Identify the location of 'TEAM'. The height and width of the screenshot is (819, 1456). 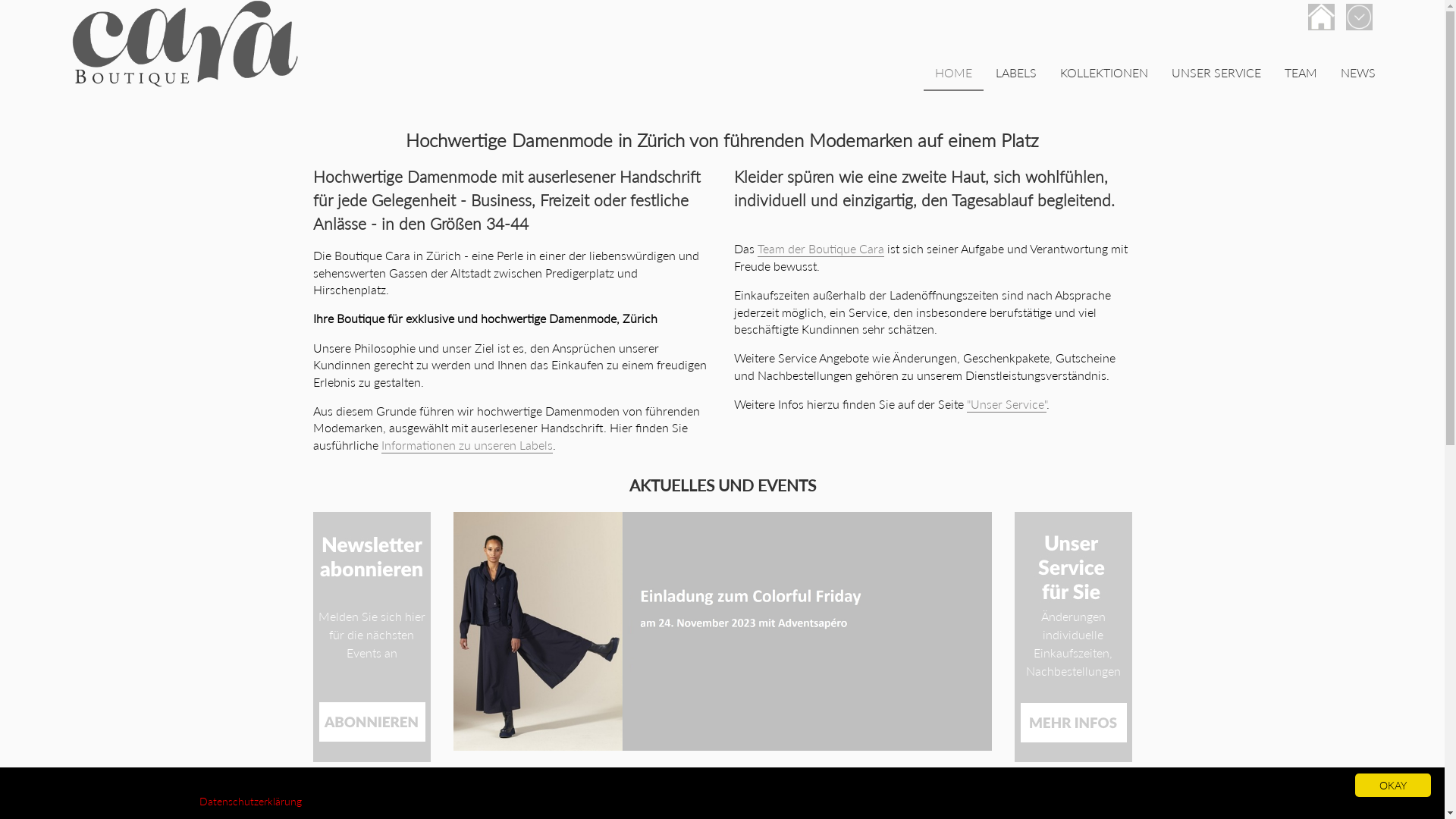
(1273, 74).